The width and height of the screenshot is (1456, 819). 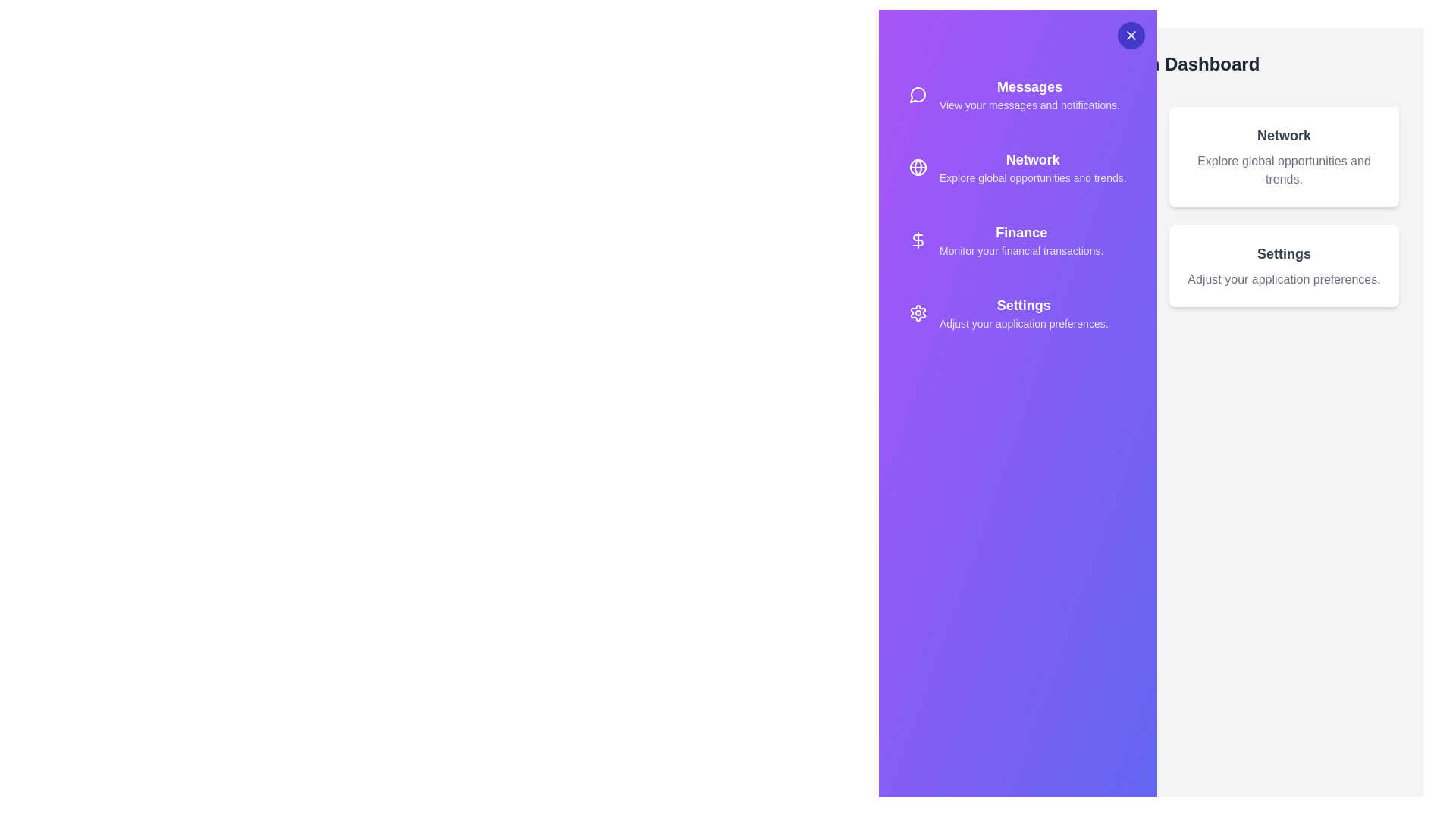 What do you see at coordinates (1018, 94) in the screenshot?
I see `the sidebar option Messages` at bounding box center [1018, 94].